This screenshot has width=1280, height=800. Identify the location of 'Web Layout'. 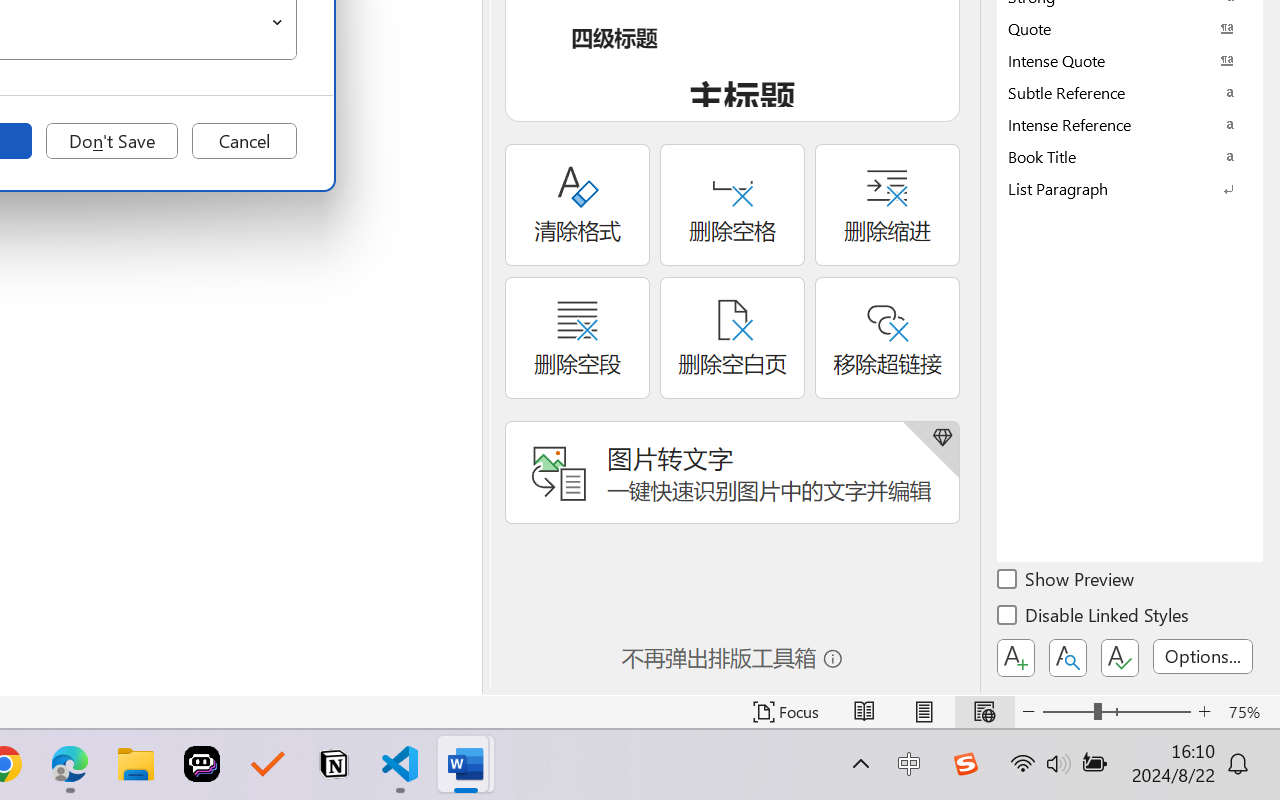
(984, 711).